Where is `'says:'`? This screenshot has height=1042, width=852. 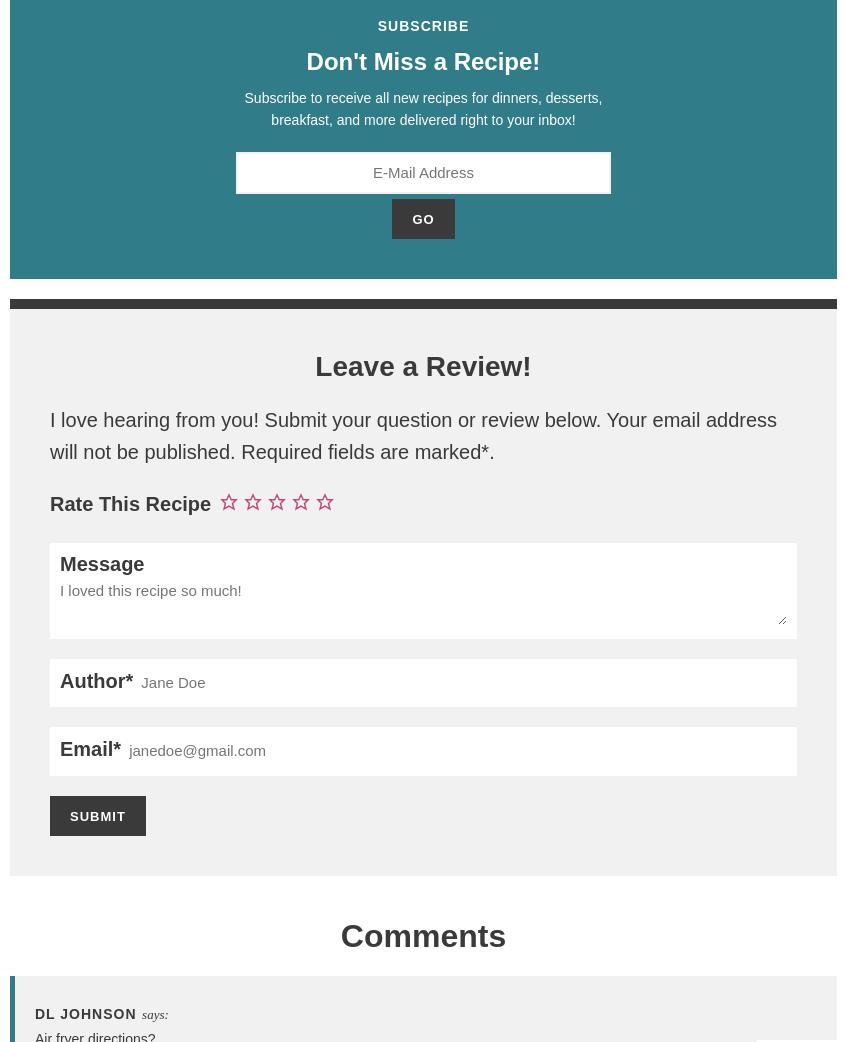 'says:' is located at coordinates (153, 1013).